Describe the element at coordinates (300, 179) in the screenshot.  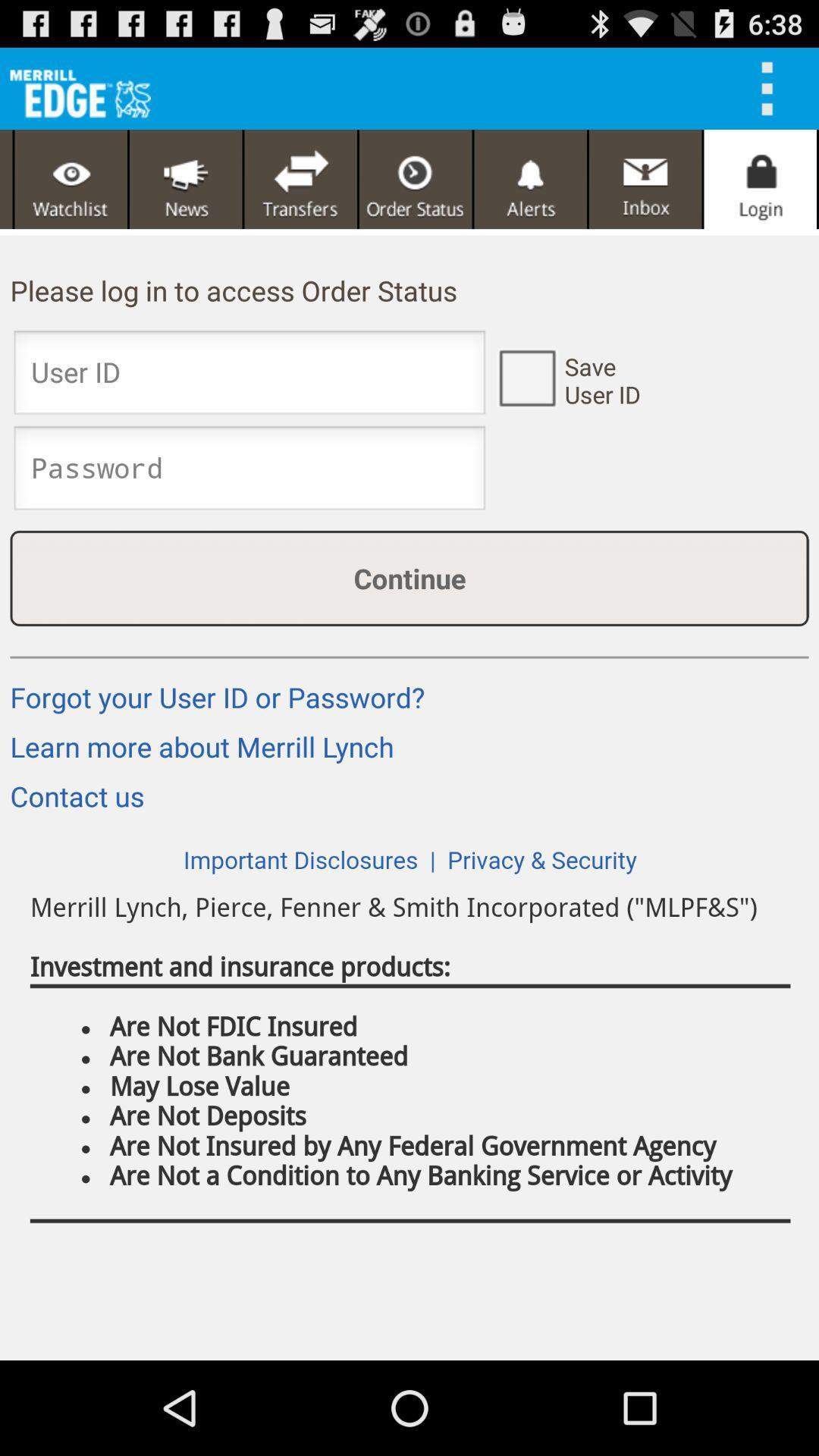
I see `transfer icon` at that location.